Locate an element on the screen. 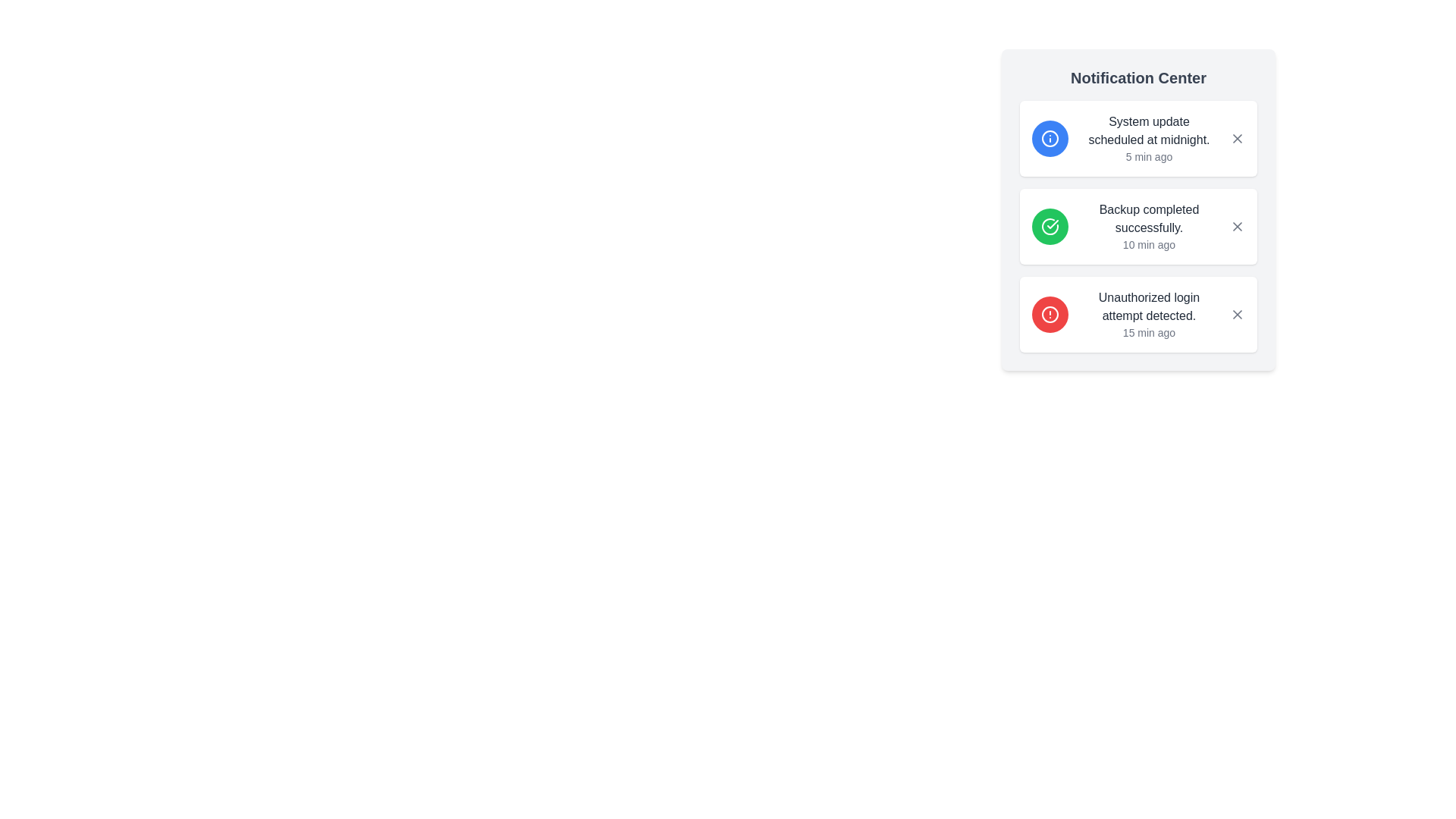 This screenshot has width=1456, height=819. the close icon element, which resembles a diagonal cross and is located in the last notification entry of the 'Notification Center' panel is located at coordinates (1238, 314).